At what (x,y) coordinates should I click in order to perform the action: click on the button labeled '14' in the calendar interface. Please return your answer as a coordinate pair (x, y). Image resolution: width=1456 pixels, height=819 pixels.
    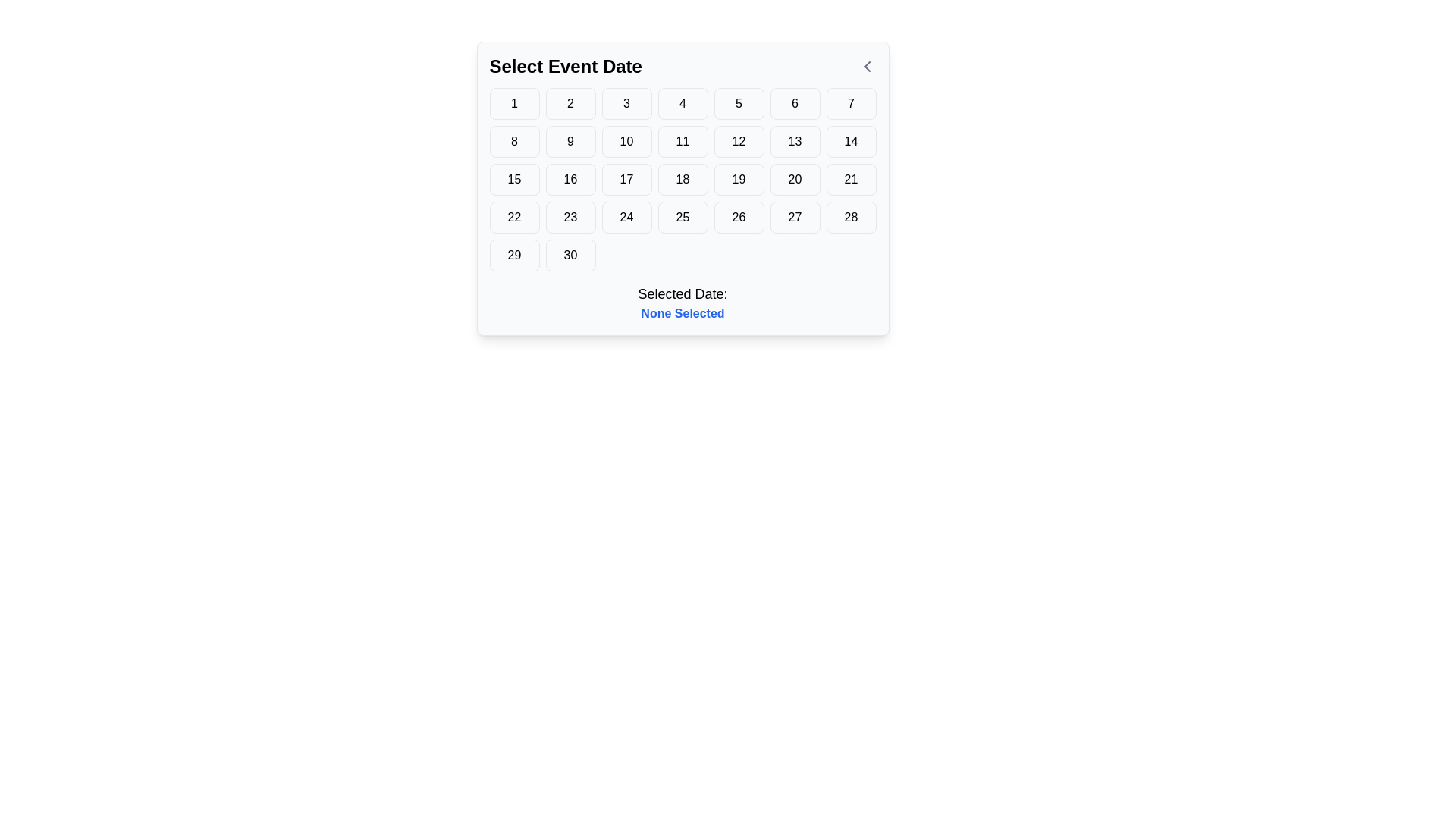
    Looking at the image, I should click on (851, 141).